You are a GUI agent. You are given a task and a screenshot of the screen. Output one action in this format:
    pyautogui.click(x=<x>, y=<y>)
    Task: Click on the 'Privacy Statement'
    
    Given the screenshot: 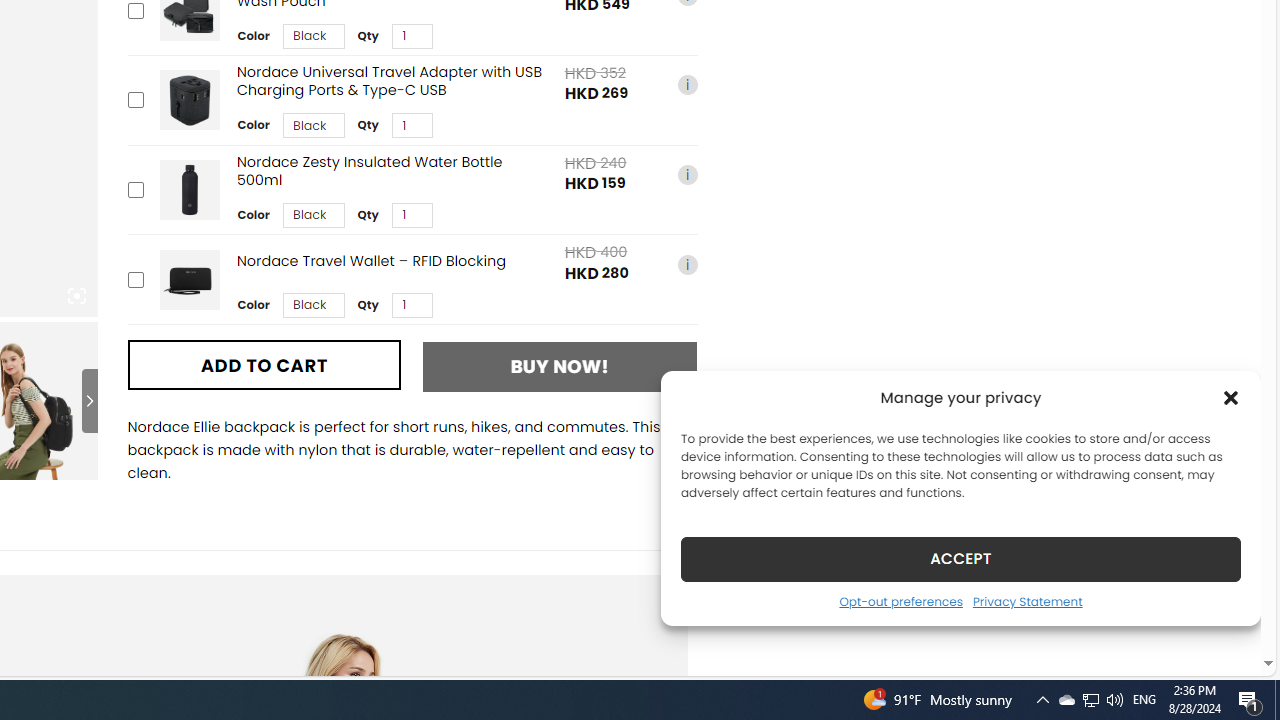 What is the action you would take?
    pyautogui.click(x=1027, y=600)
    